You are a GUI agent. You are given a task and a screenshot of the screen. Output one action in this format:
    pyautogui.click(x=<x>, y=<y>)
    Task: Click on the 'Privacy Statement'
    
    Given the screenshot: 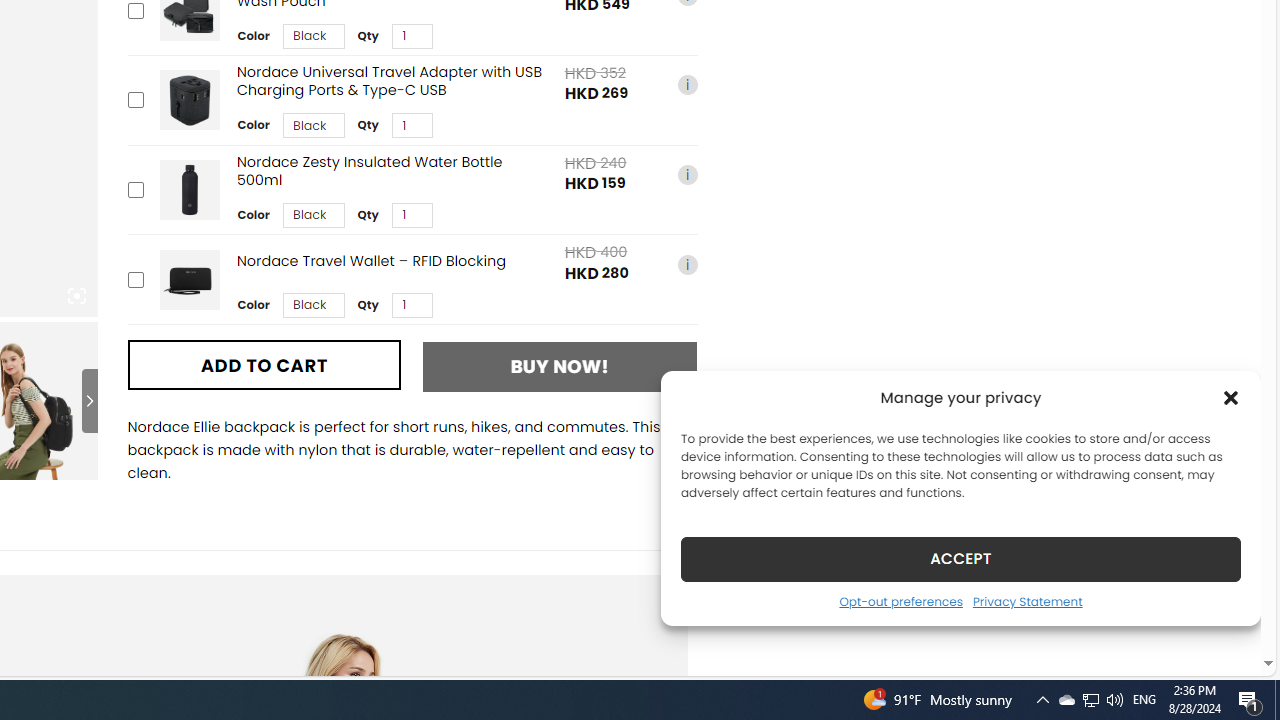 What is the action you would take?
    pyautogui.click(x=1027, y=600)
    